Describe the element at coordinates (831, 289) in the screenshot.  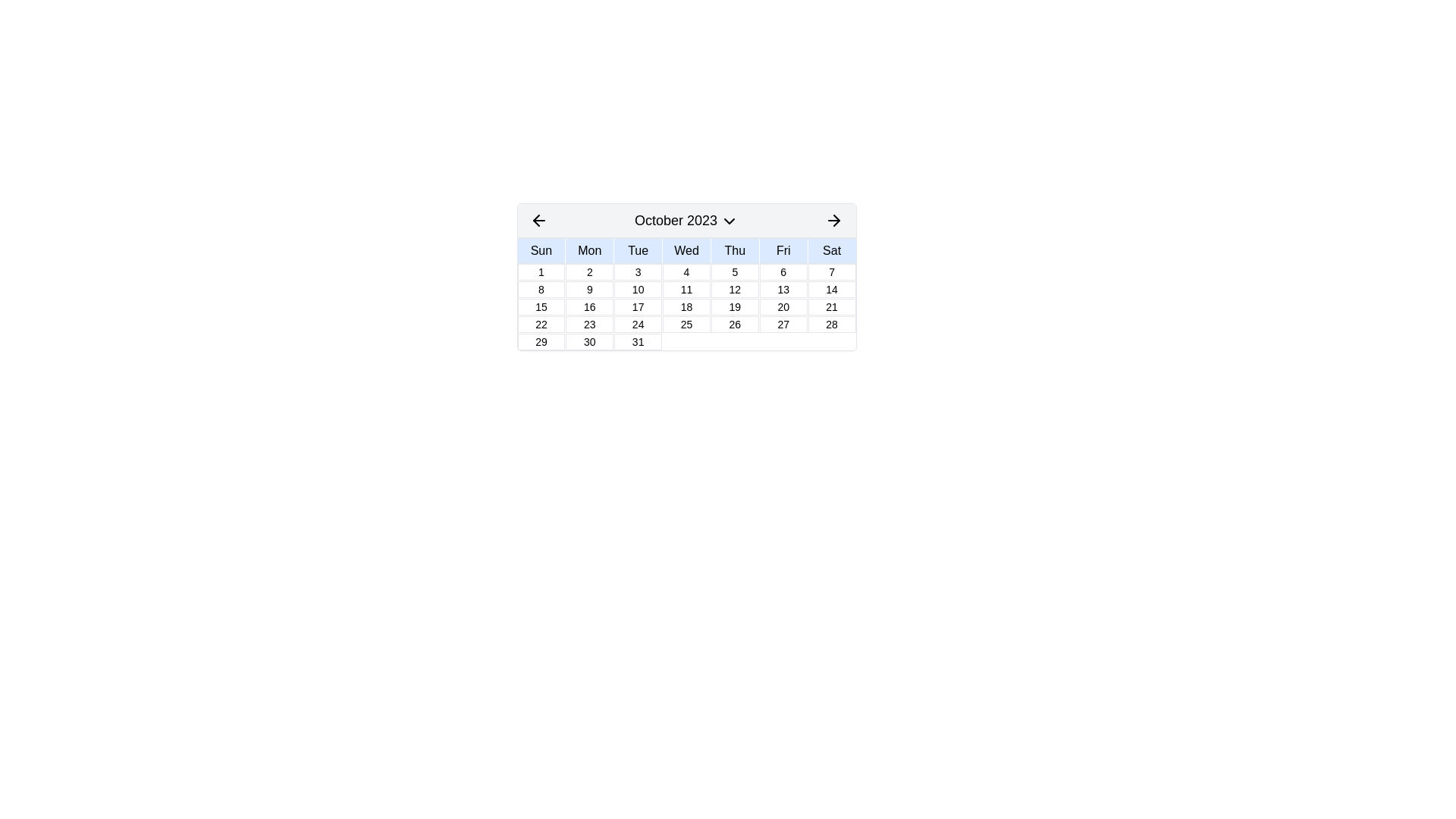
I see `the calendar day cell representing the date '14' in the second row and seventh column` at that location.